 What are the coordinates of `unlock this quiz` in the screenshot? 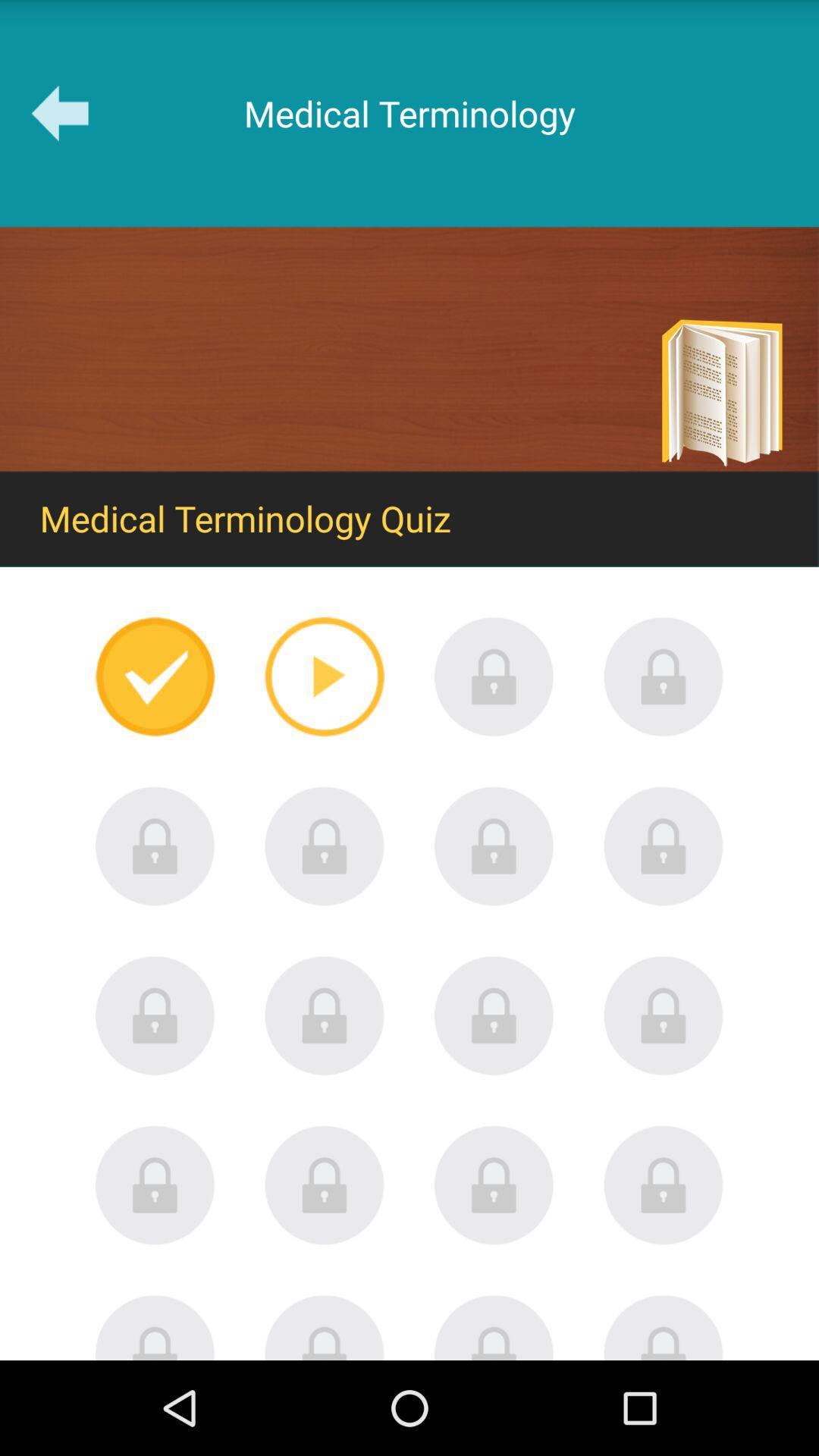 It's located at (663, 1326).